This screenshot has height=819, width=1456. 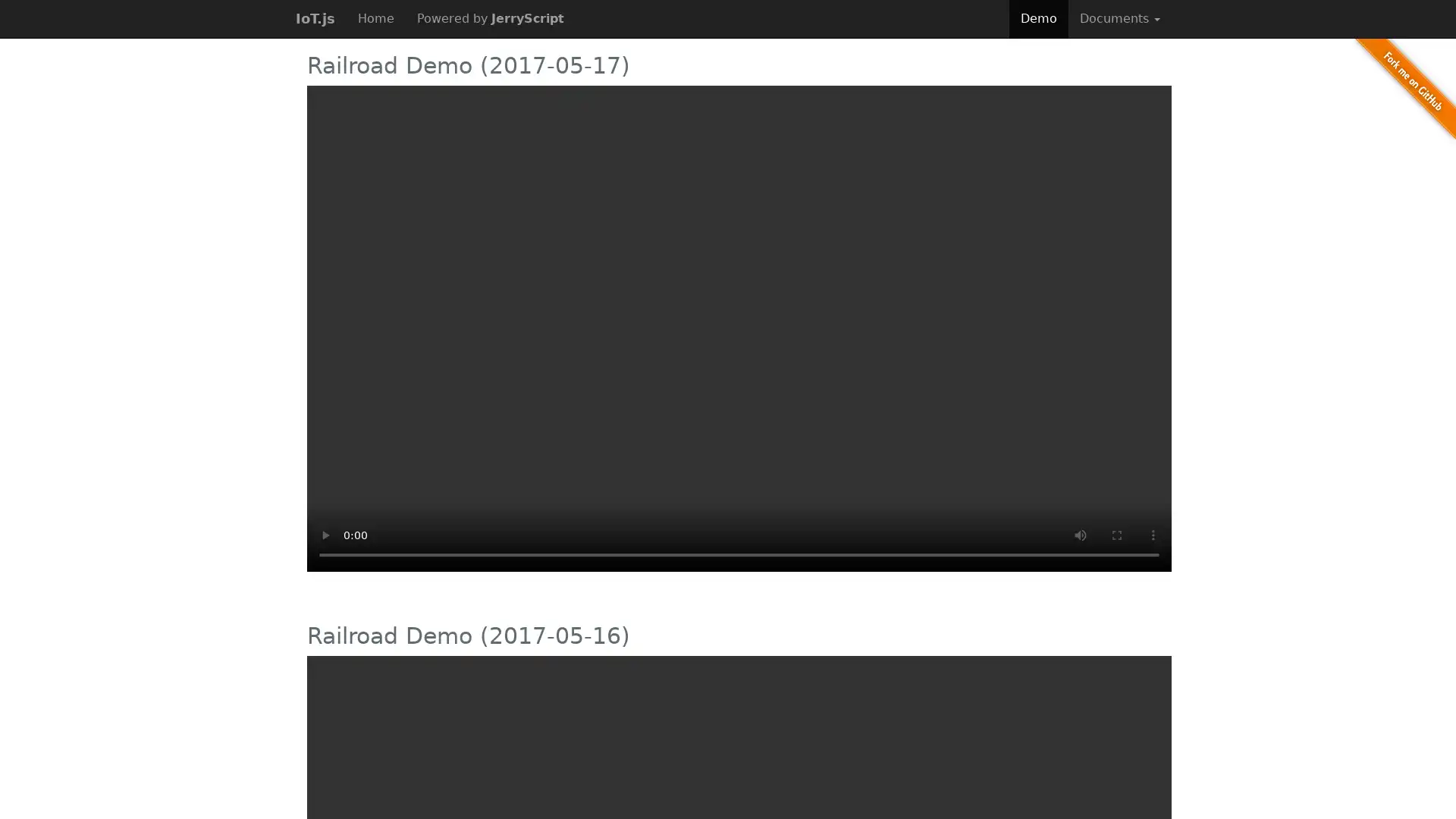 What do you see at coordinates (324, 534) in the screenshot?
I see `play` at bounding box center [324, 534].